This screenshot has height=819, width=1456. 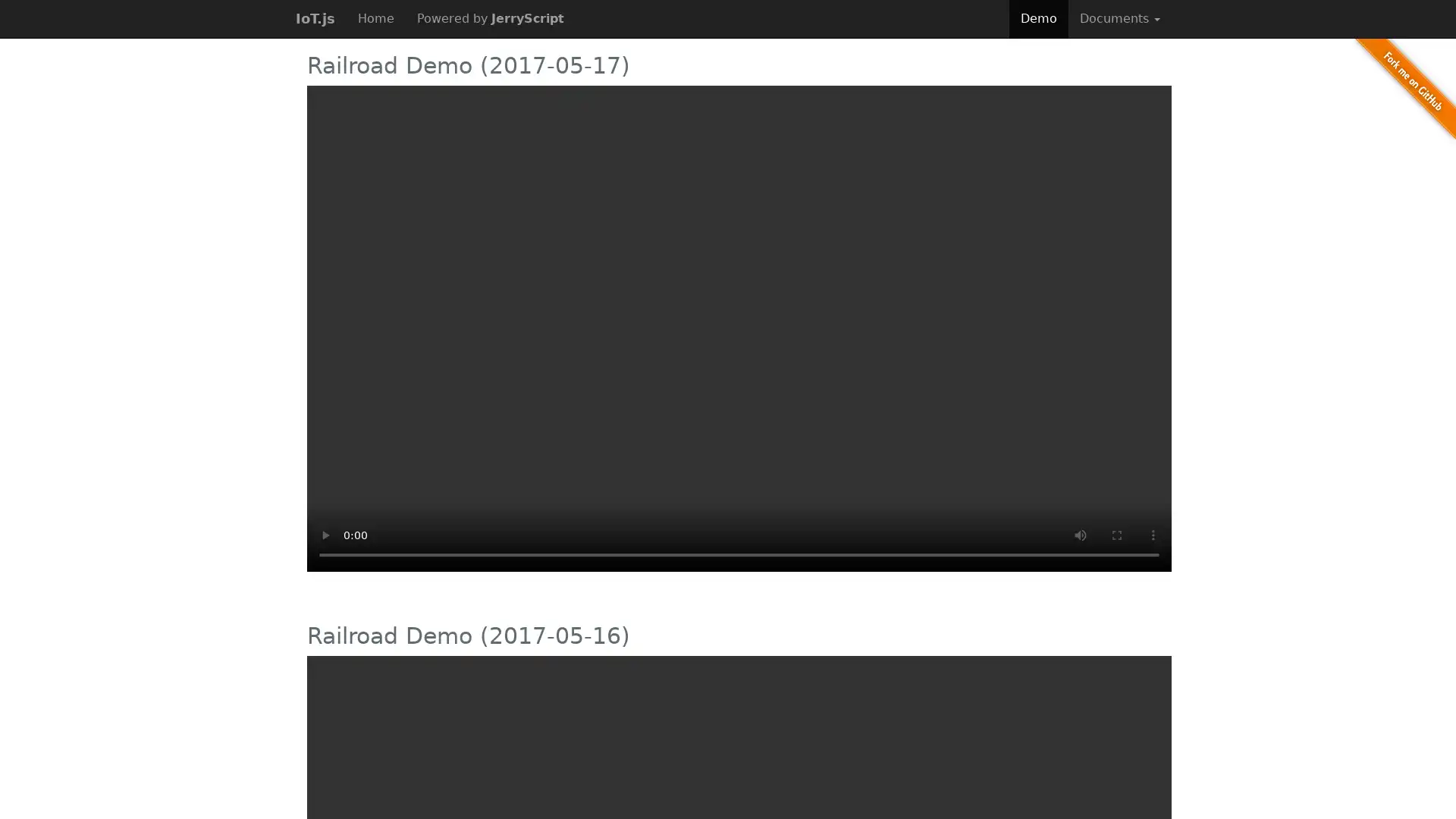 What do you see at coordinates (324, 534) in the screenshot?
I see `play` at bounding box center [324, 534].